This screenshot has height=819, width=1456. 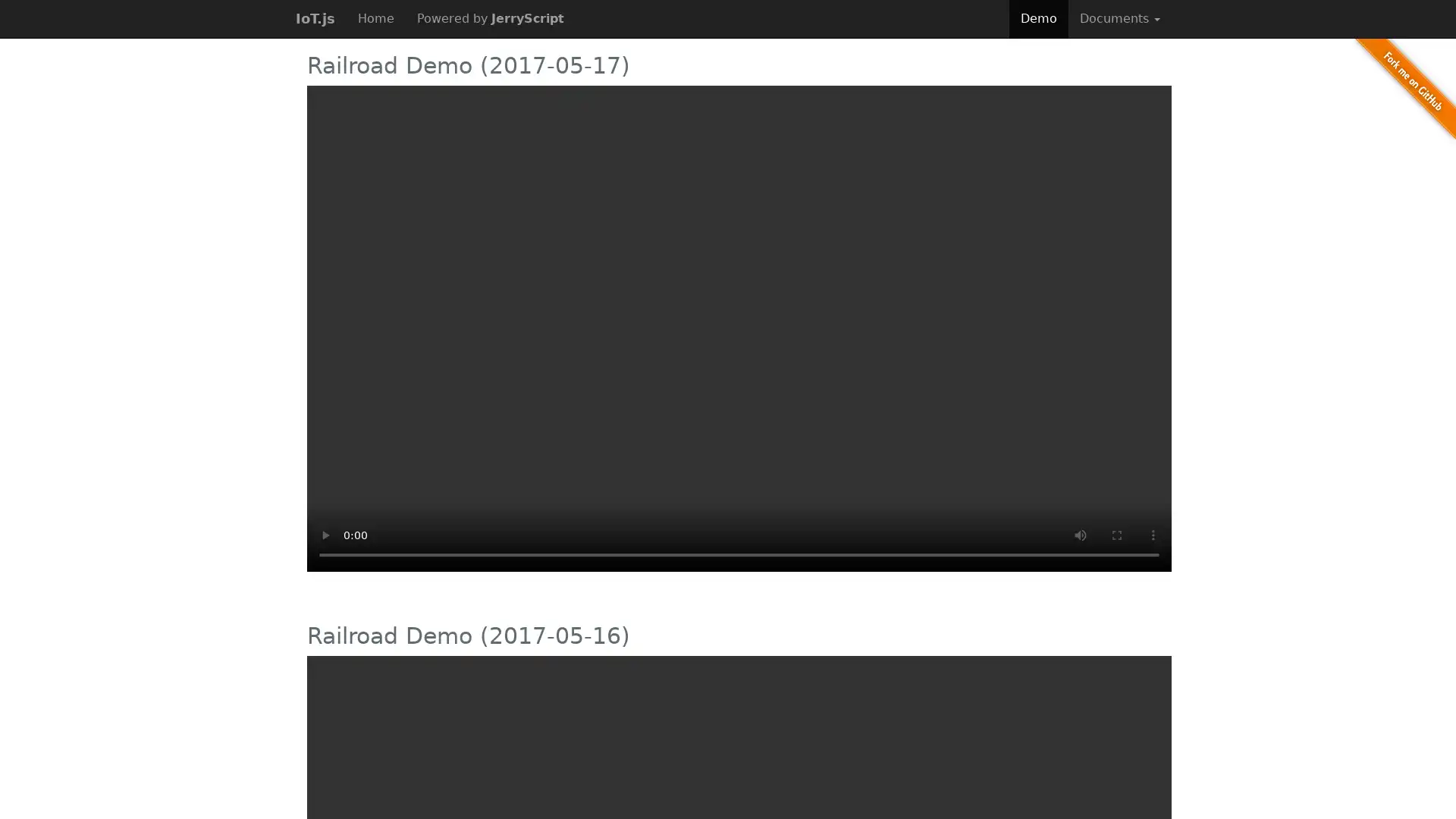 What do you see at coordinates (324, 534) in the screenshot?
I see `play` at bounding box center [324, 534].